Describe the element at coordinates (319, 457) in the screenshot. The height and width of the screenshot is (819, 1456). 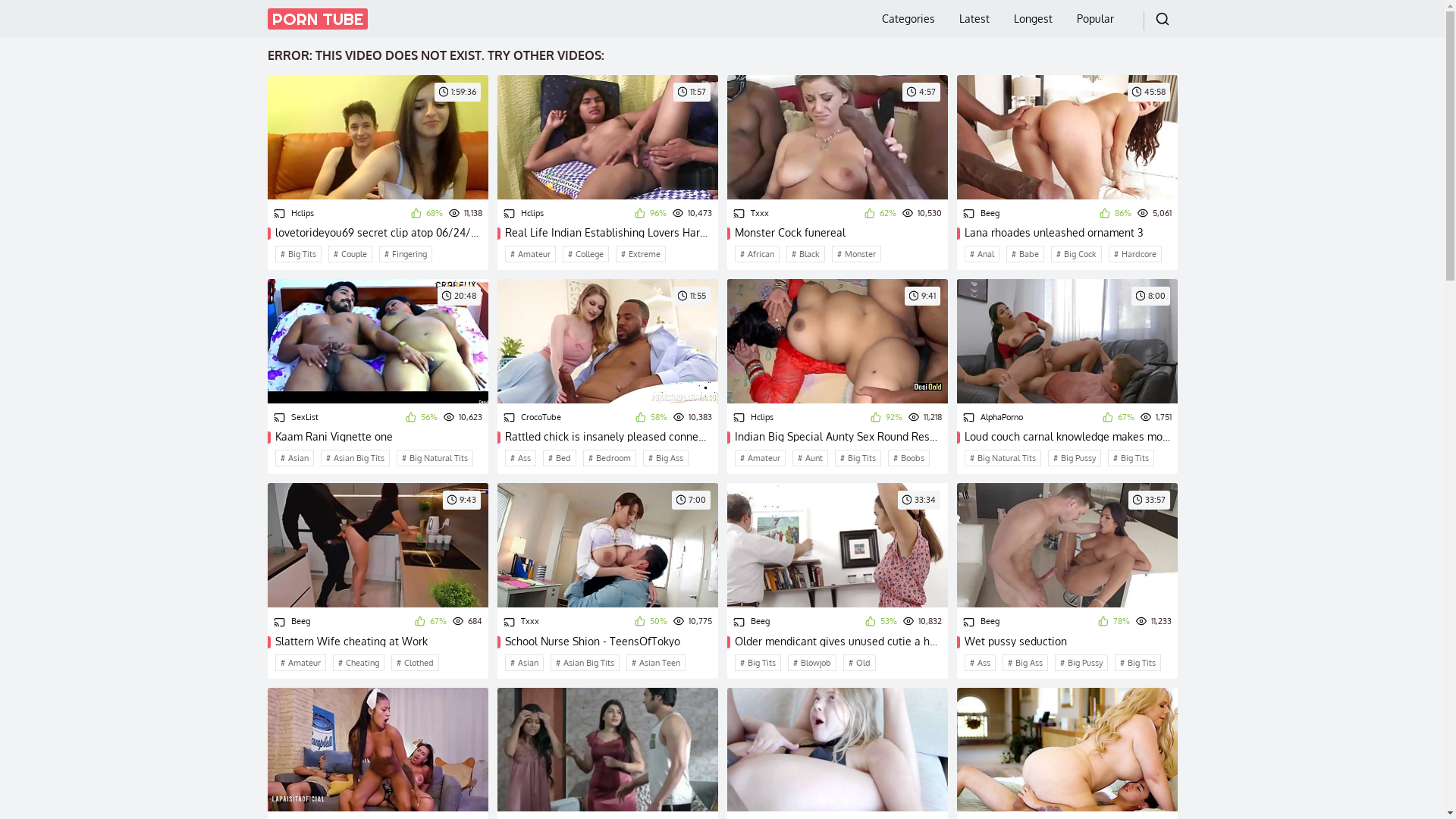
I see `'Asian Big Tits'` at that location.